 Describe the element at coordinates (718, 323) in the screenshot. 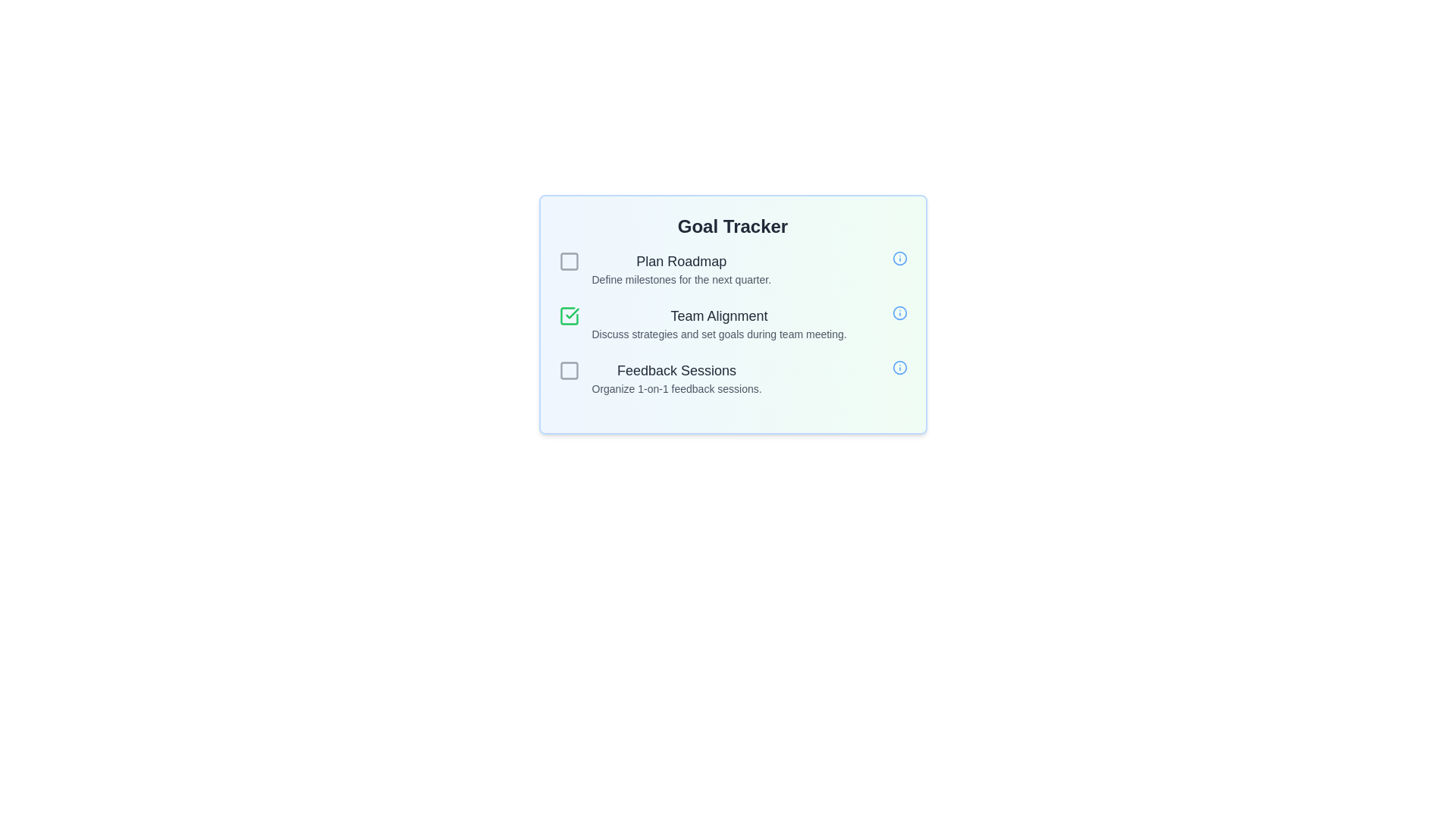

I see `the 'Team Alignment' text display, which is the second option in the list of team goals, positioned between 'Plan Roadmap' and 'Feedback Sessions'` at that location.